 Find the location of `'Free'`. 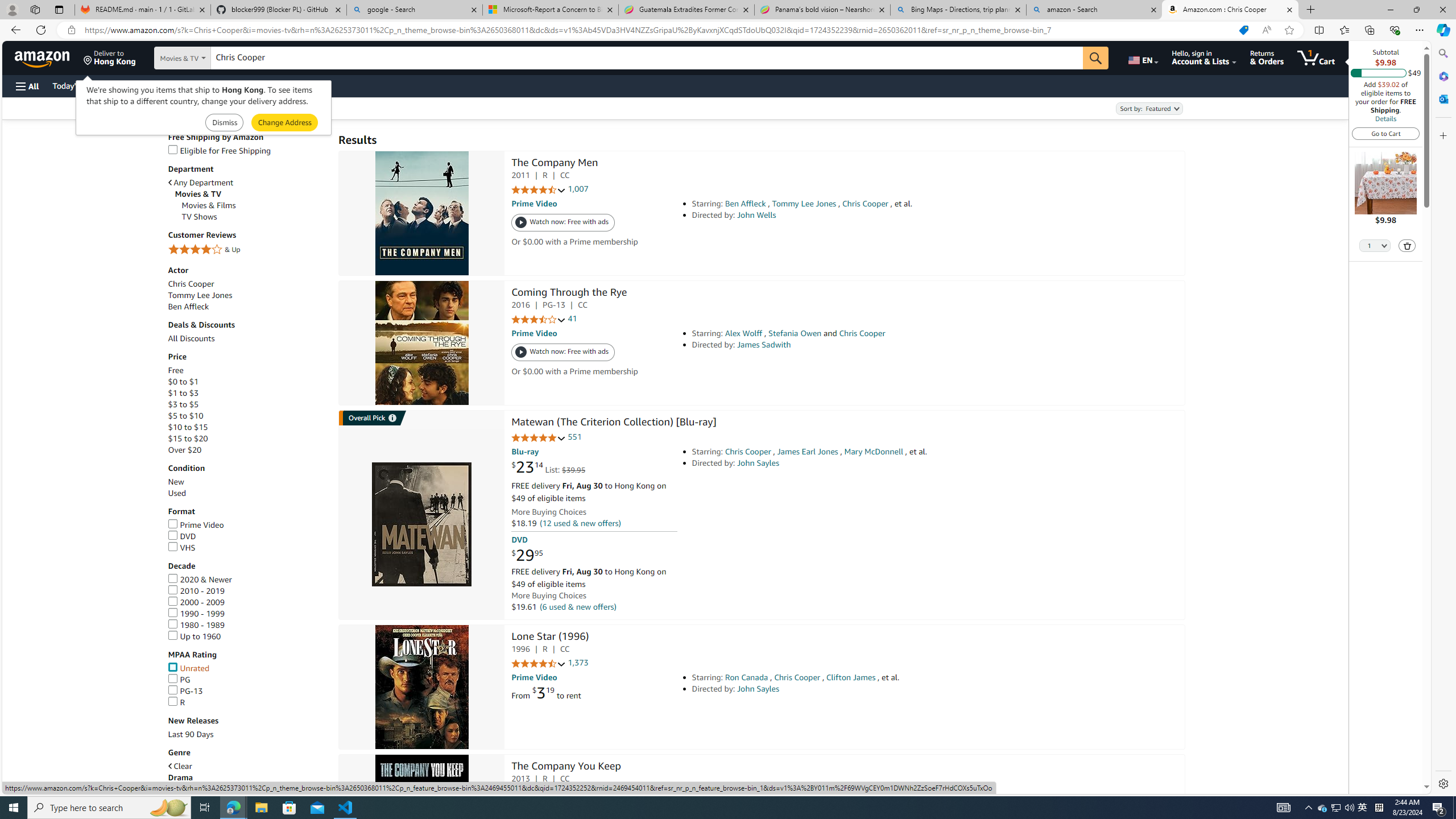

'Free' is located at coordinates (175, 370).